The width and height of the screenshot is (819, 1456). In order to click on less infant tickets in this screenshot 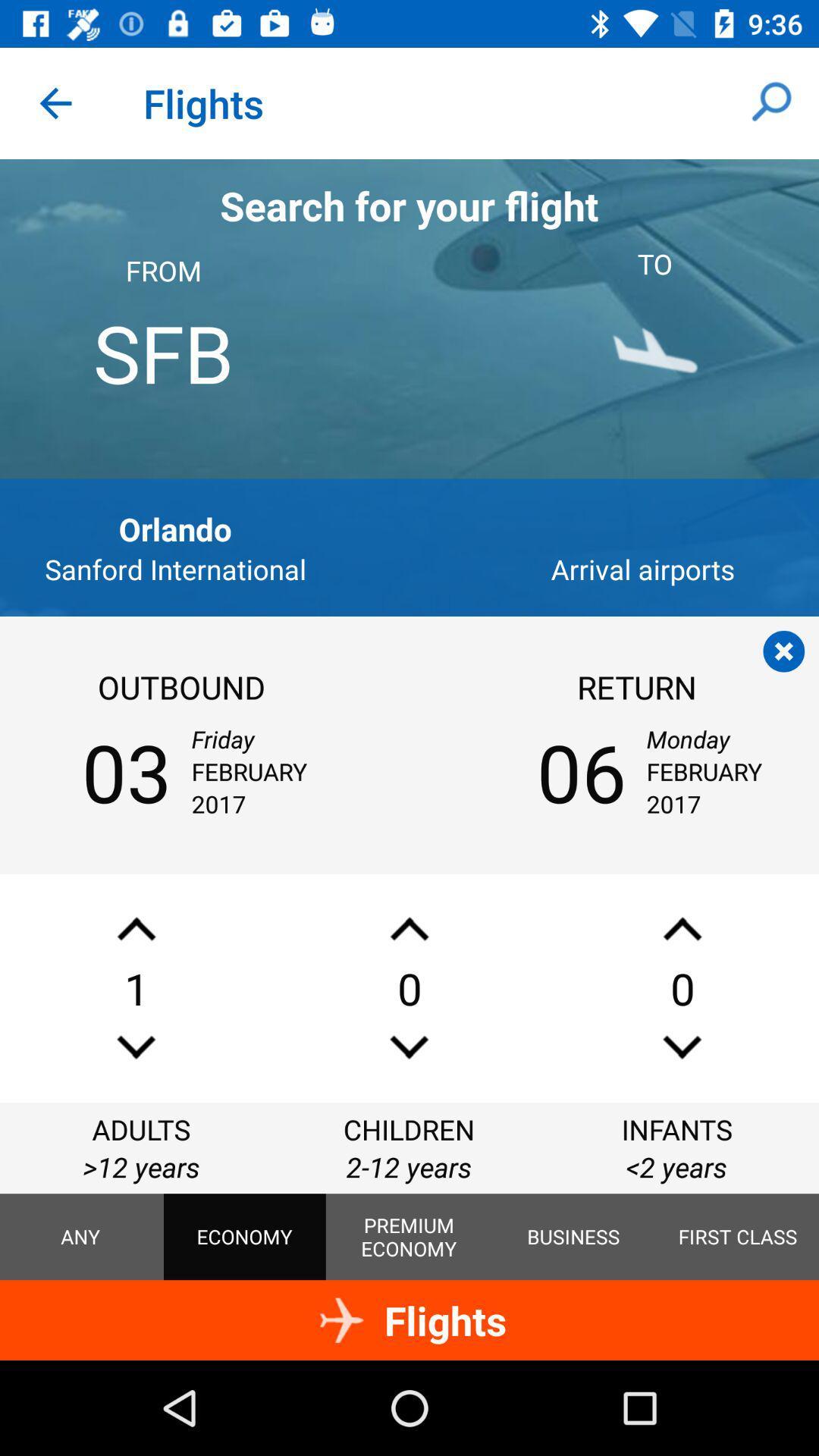, I will do `click(681, 1046)`.